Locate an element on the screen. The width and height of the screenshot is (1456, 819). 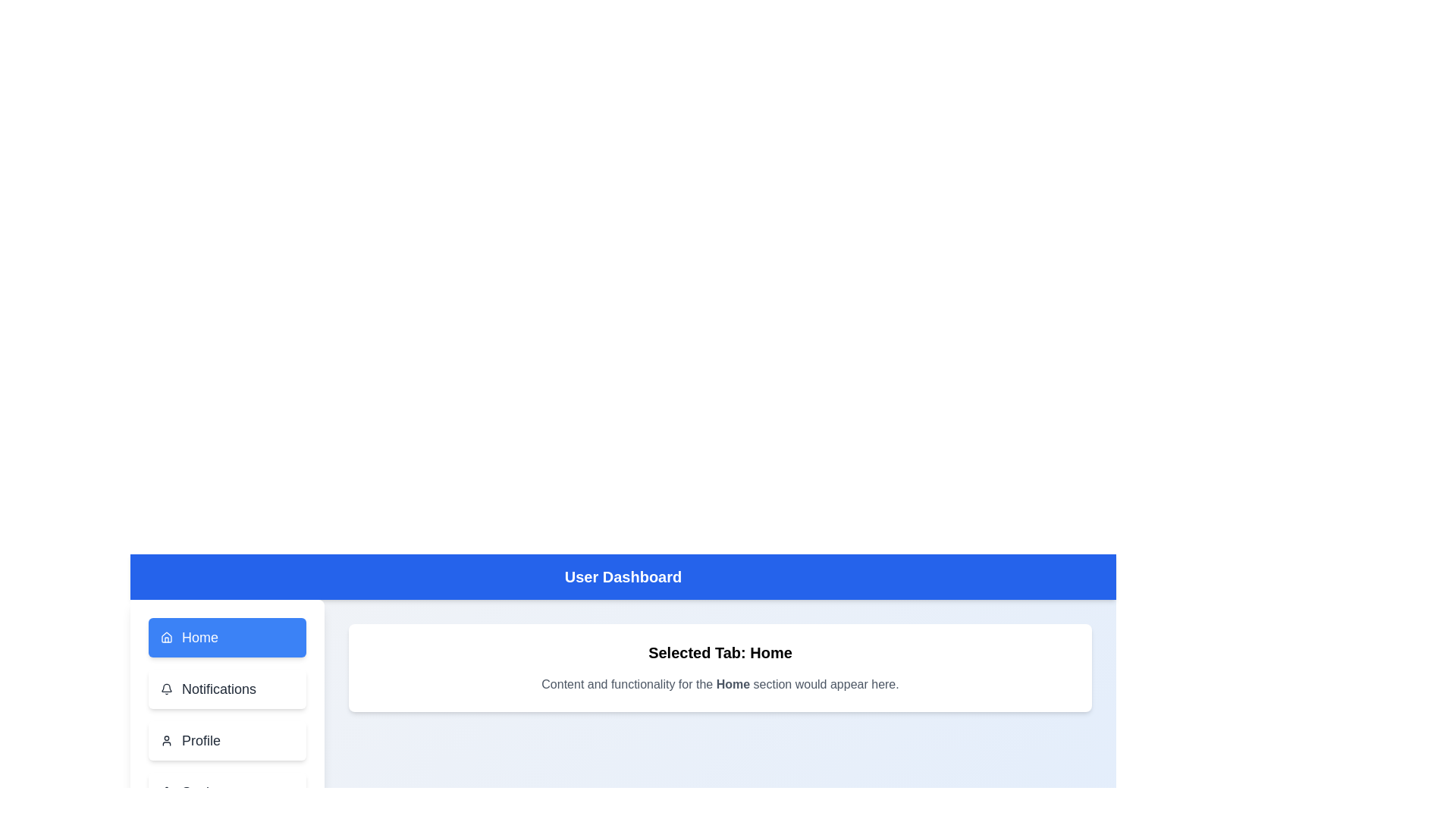
the text 'Selected Tab: Home' for copying is located at coordinates (720, 651).